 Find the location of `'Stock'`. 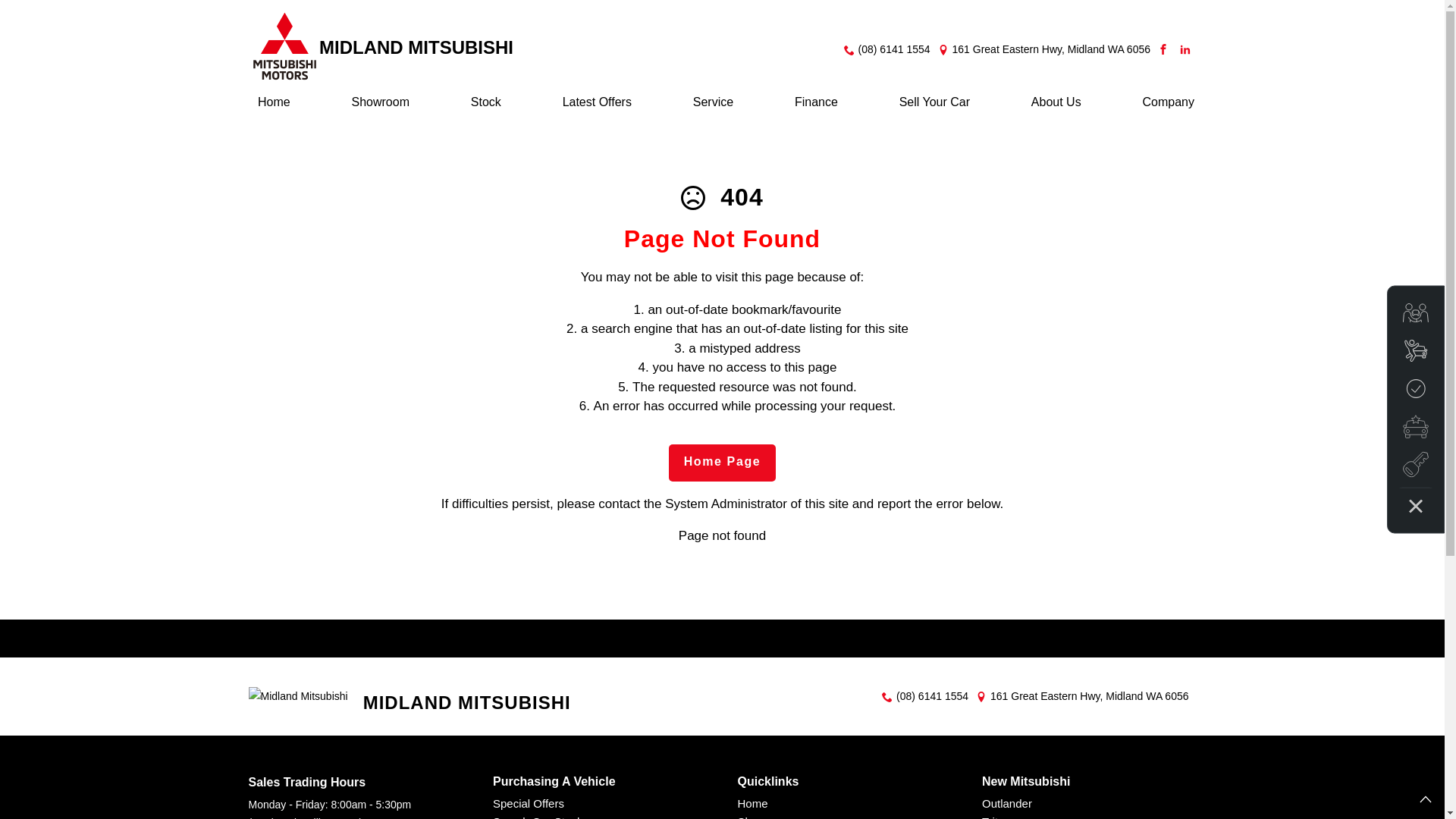

'Stock' is located at coordinates (486, 107).